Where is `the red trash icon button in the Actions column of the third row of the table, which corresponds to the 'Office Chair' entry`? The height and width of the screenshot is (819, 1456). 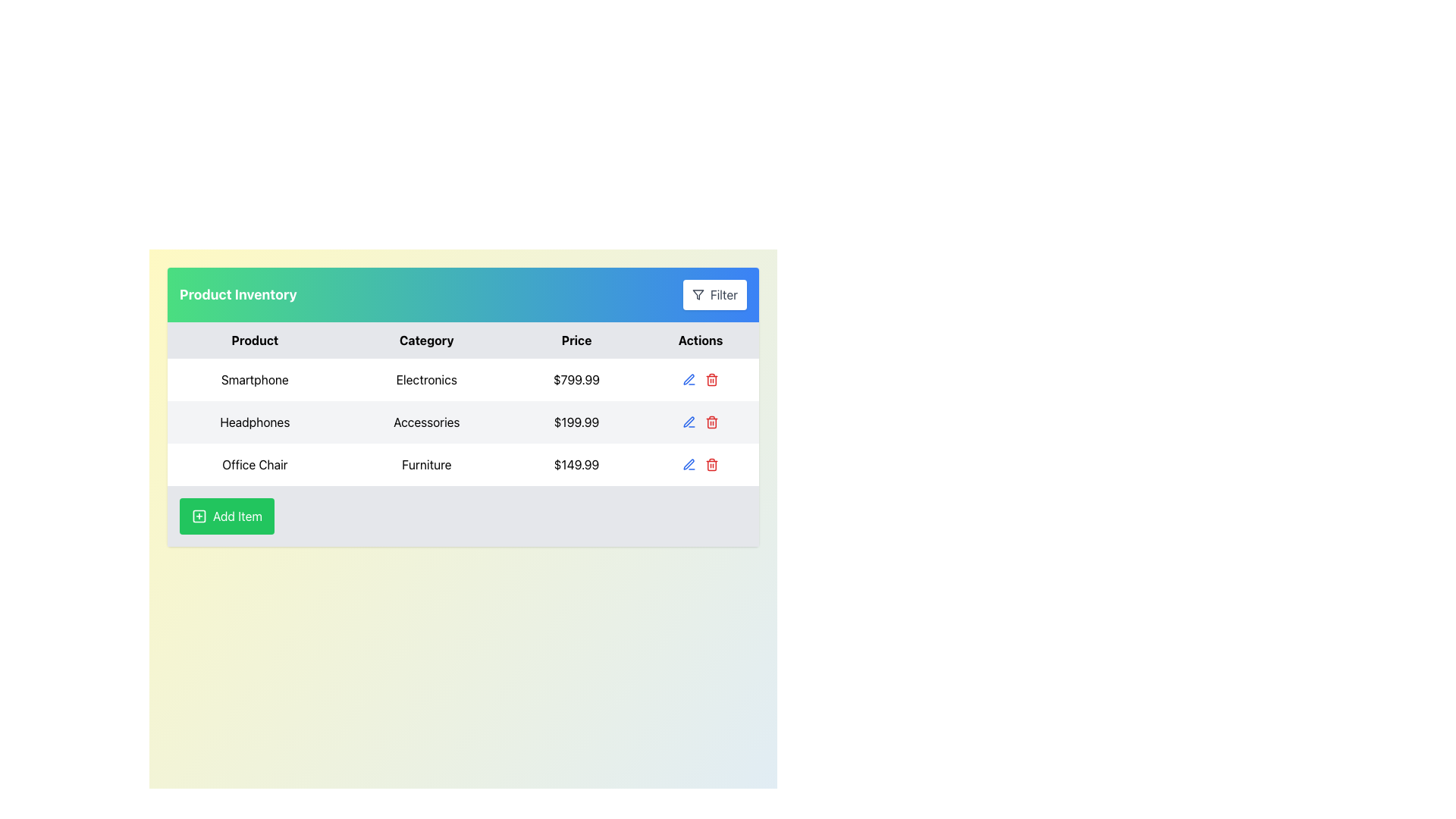 the red trash icon button in the Actions column of the third row of the table, which corresponds to the 'Office Chair' entry is located at coordinates (711, 464).